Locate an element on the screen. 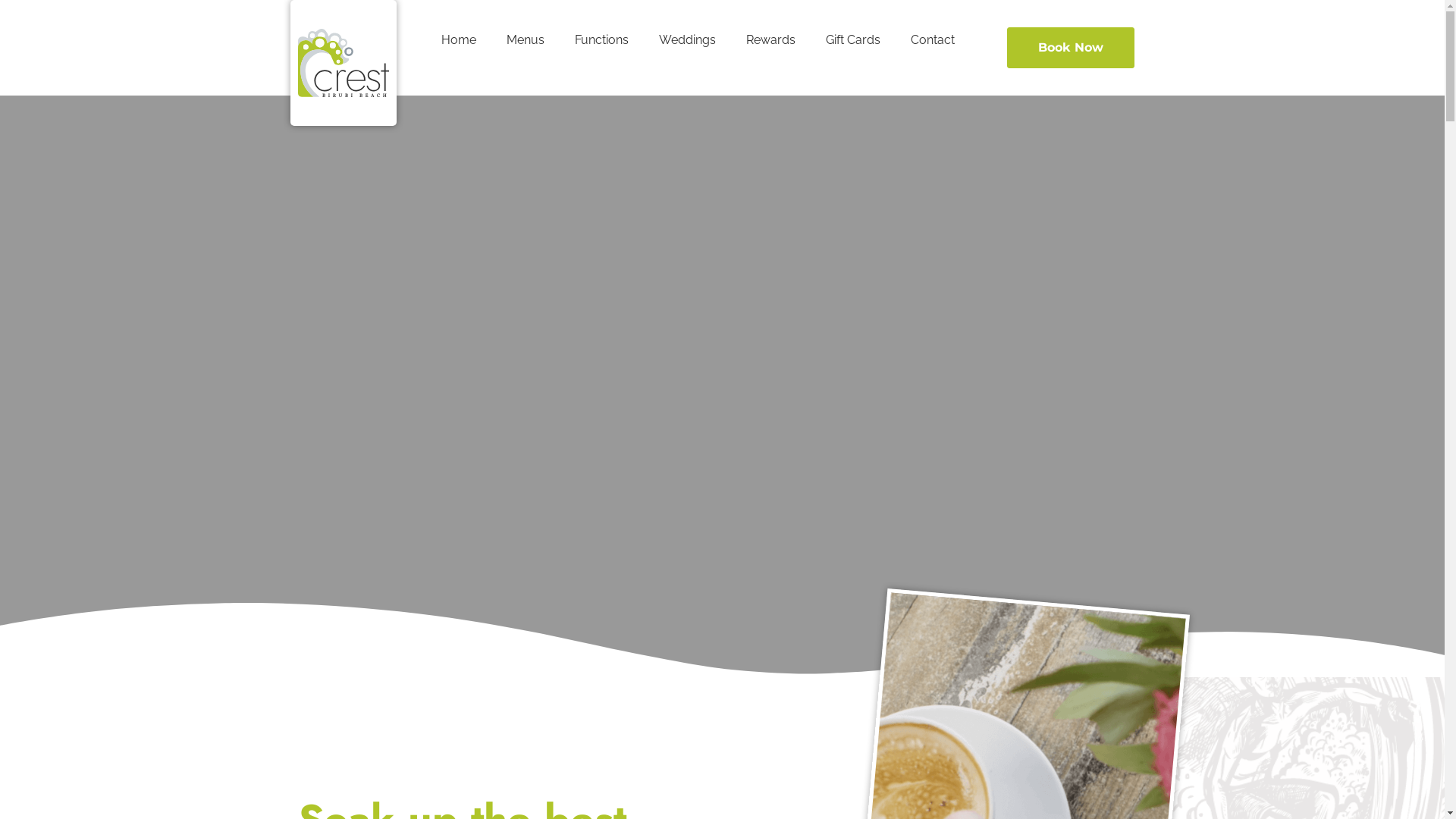  'Book Now' is located at coordinates (1069, 46).